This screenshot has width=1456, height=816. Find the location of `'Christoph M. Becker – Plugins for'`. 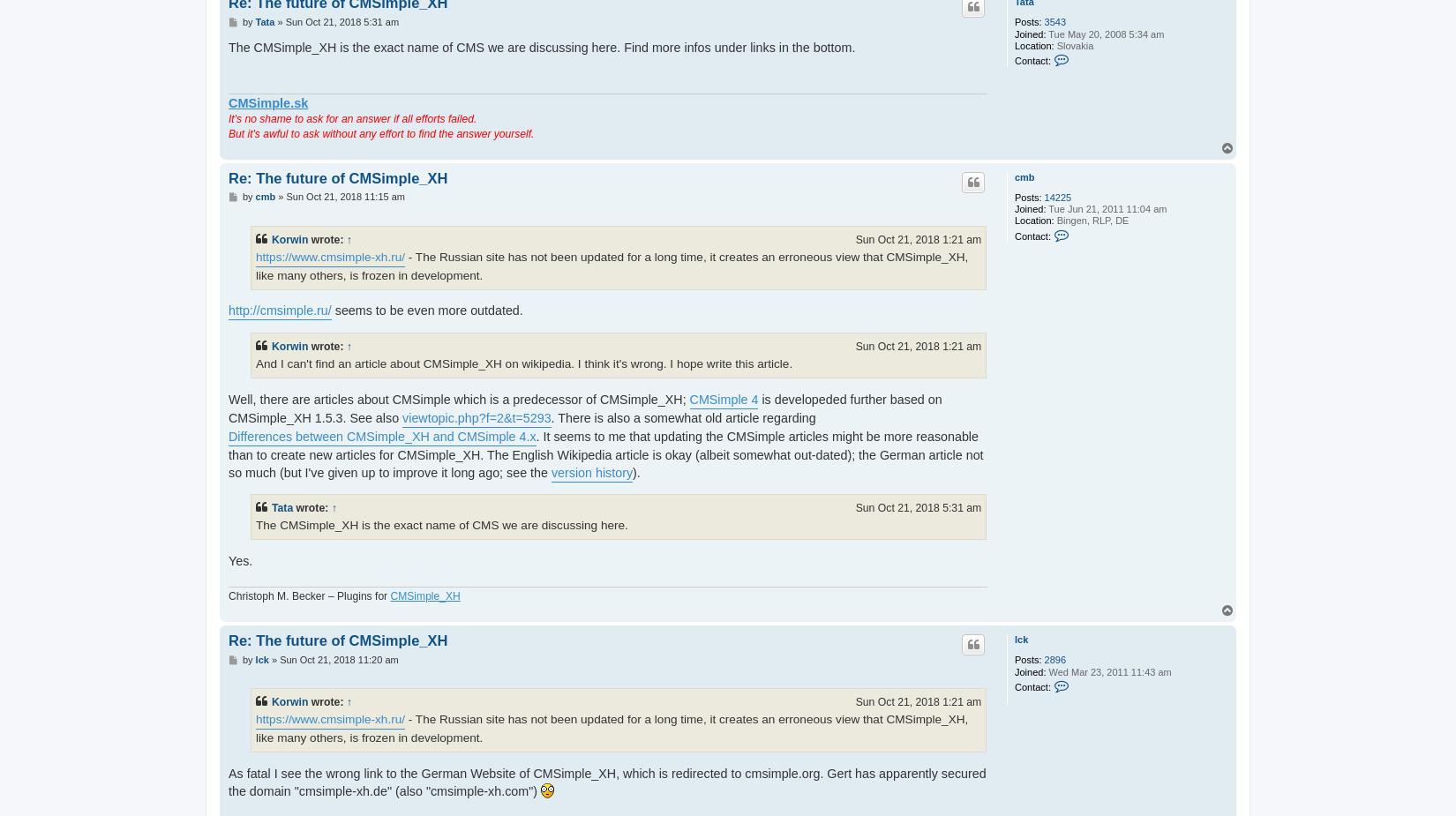

'Christoph M. Becker – Plugins for' is located at coordinates (309, 595).